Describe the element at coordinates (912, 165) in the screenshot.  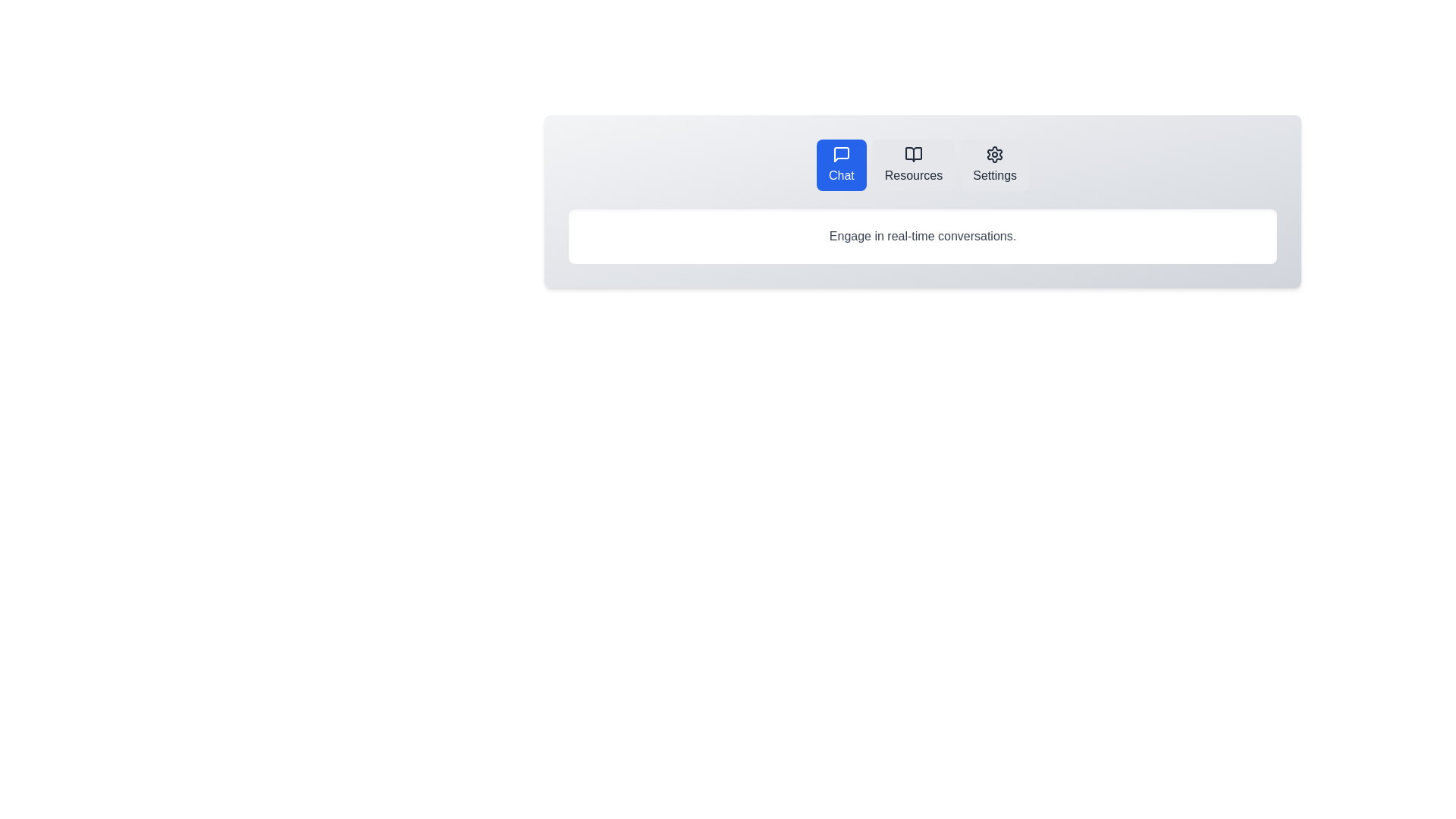
I see `the 'Resources' button, which is a rectangular button with a light gray background and a book icon above the text` at that location.